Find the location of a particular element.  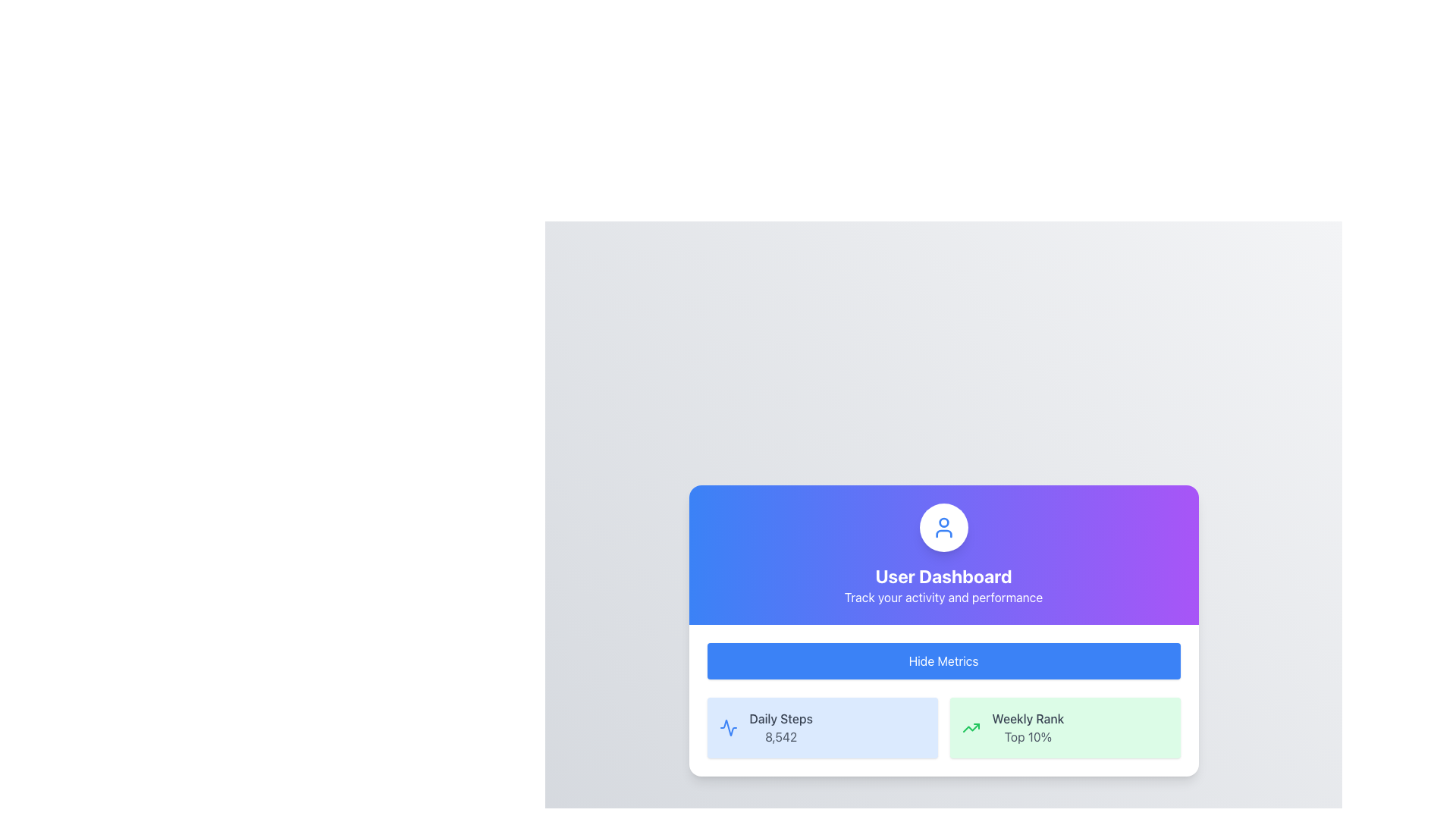

the Text Display that indicates the top 10% percentile, located in the lower-right section of the card below the 'Hide Metrics' button and adjacent to the 'Daily Steps' card is located at coordinates (1028, 727).